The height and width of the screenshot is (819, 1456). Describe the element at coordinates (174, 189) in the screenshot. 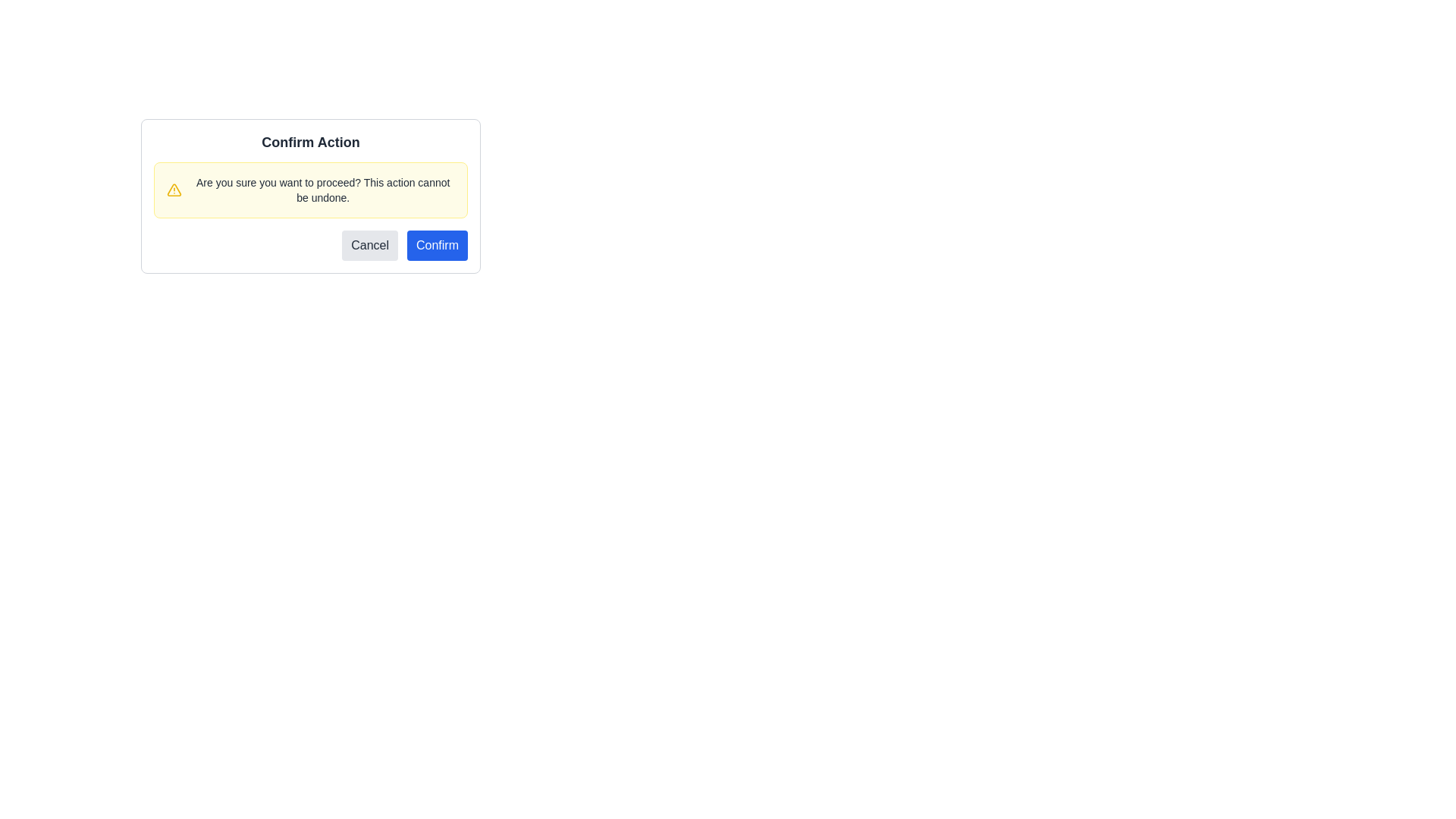

I see `the alert icon, which is a yellow outlined triangle with an exclamation mark inside, located to the far left of the warning text in the modal dialog titled 'Confirm Action'` at that location.